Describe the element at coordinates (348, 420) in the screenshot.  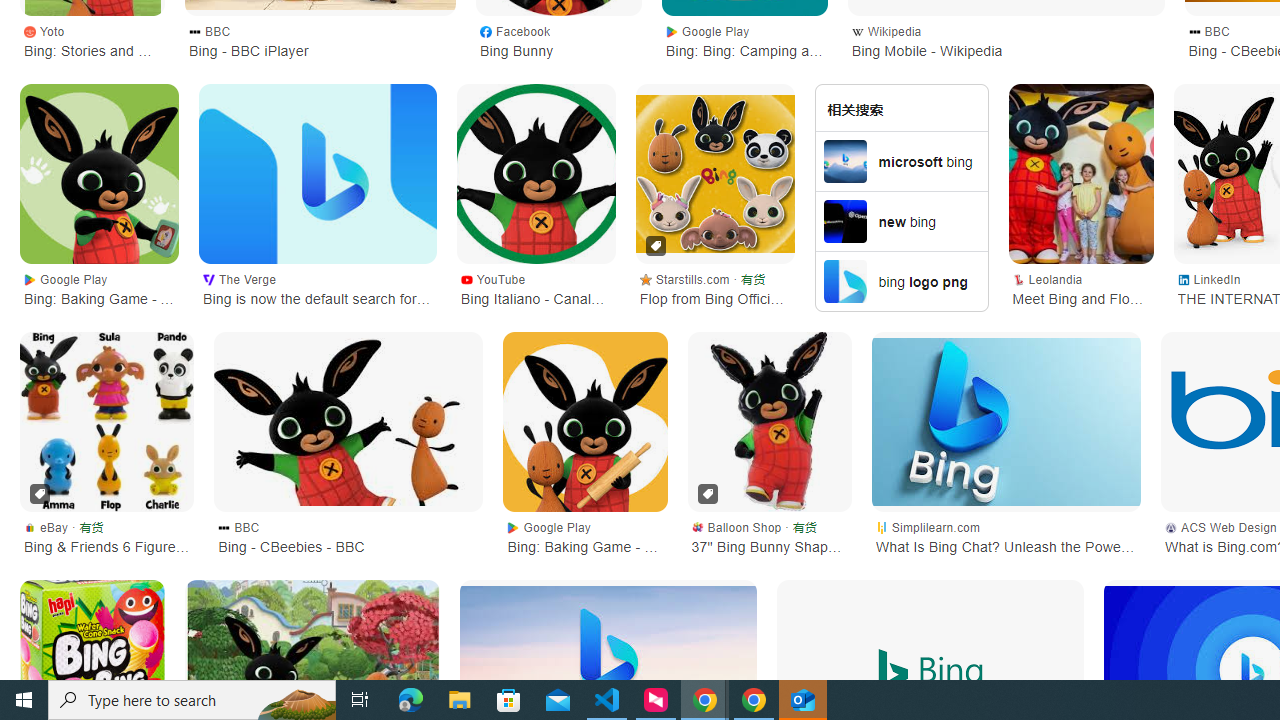
I see `'Bing - CBeebies - BBC'` at that location.